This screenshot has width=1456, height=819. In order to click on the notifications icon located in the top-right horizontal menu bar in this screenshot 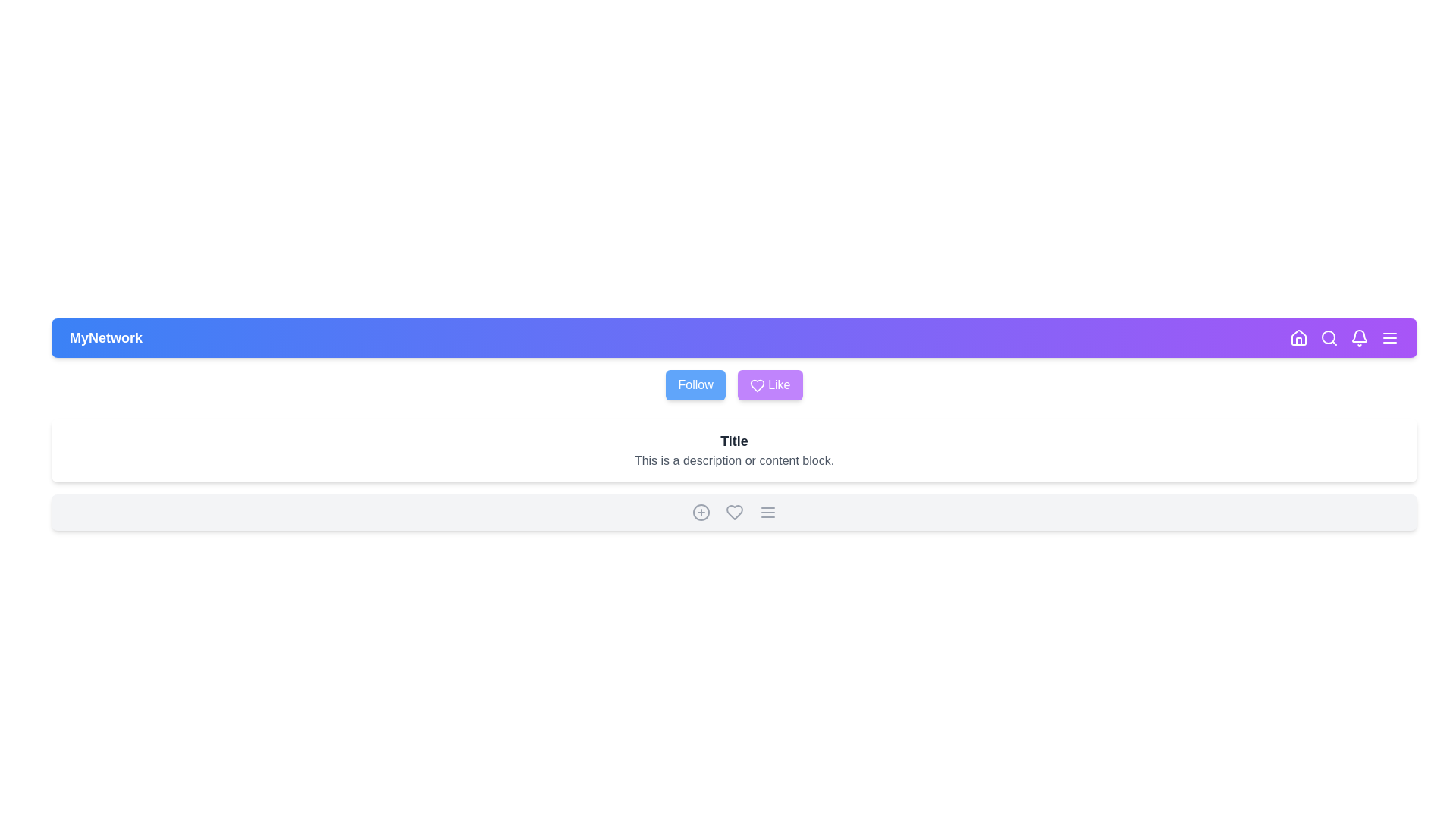, I will do `click(1360, 337)`.